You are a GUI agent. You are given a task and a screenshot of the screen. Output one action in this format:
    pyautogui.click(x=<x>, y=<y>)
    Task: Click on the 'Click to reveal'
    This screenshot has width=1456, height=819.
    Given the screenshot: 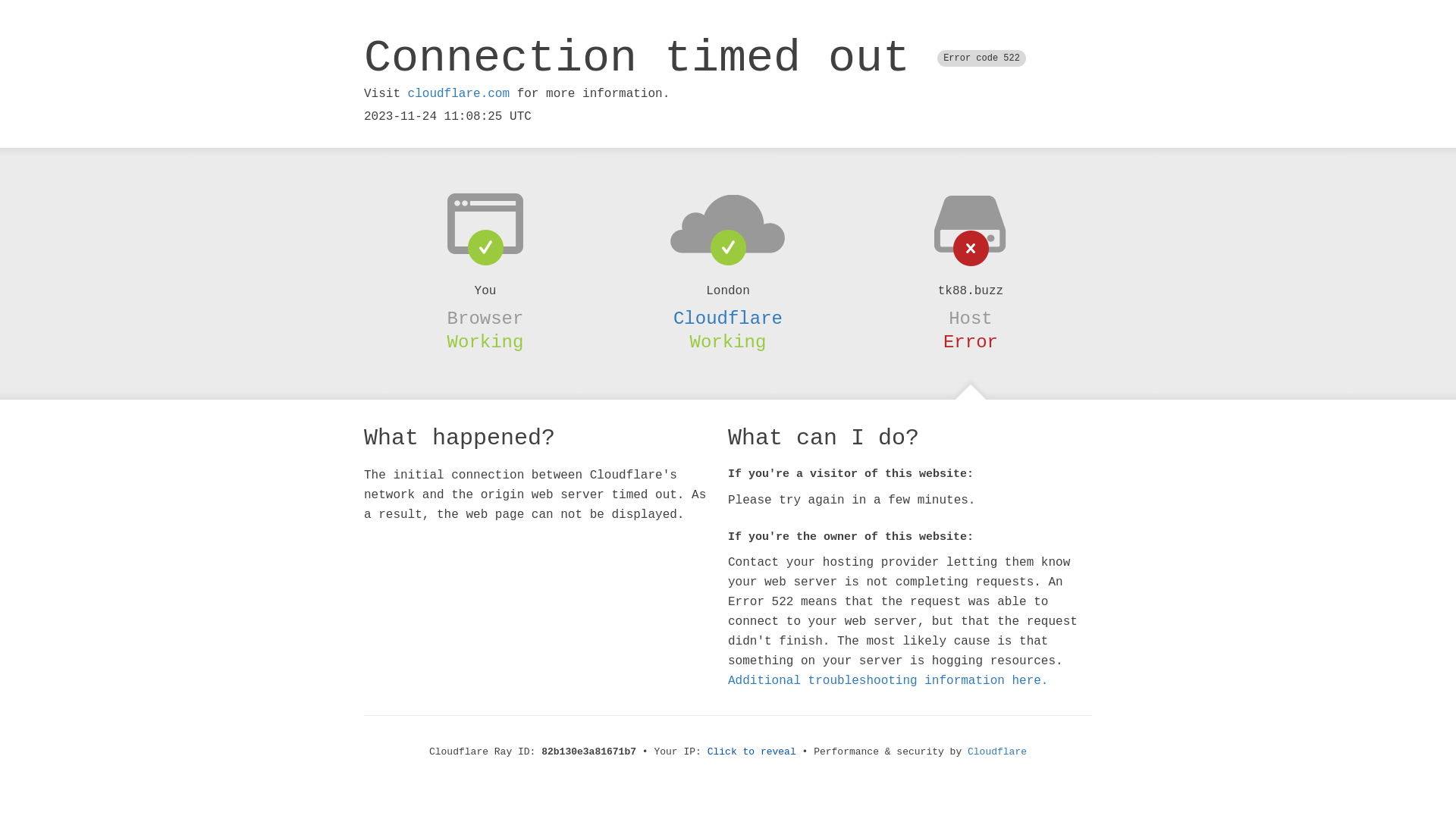 What is the action you would take?
    pyautogui.click(x=752, y=752)
    